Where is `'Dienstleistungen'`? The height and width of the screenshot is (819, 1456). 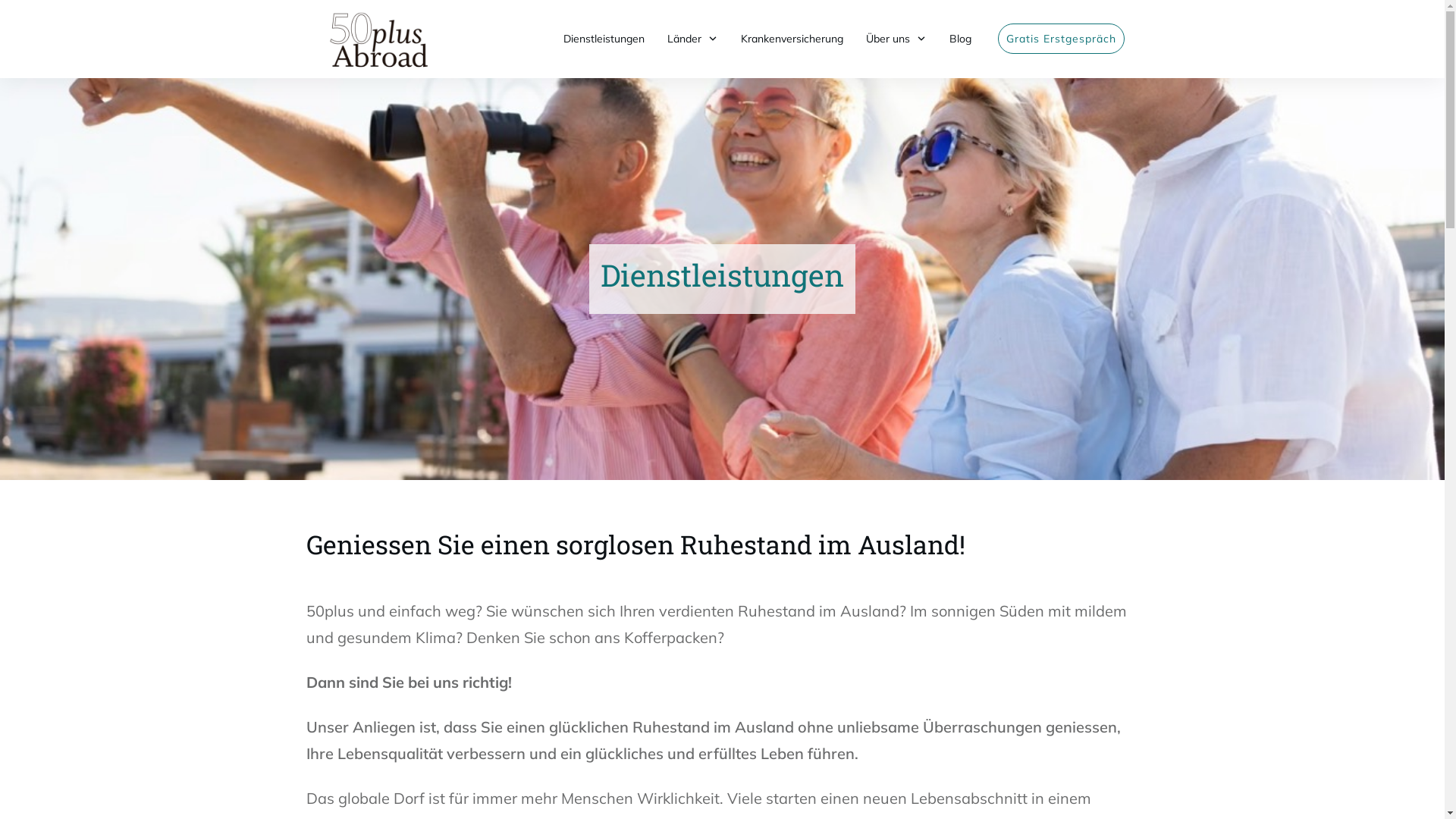
'Dienstleistungen' is located at coordinates (602, 37).